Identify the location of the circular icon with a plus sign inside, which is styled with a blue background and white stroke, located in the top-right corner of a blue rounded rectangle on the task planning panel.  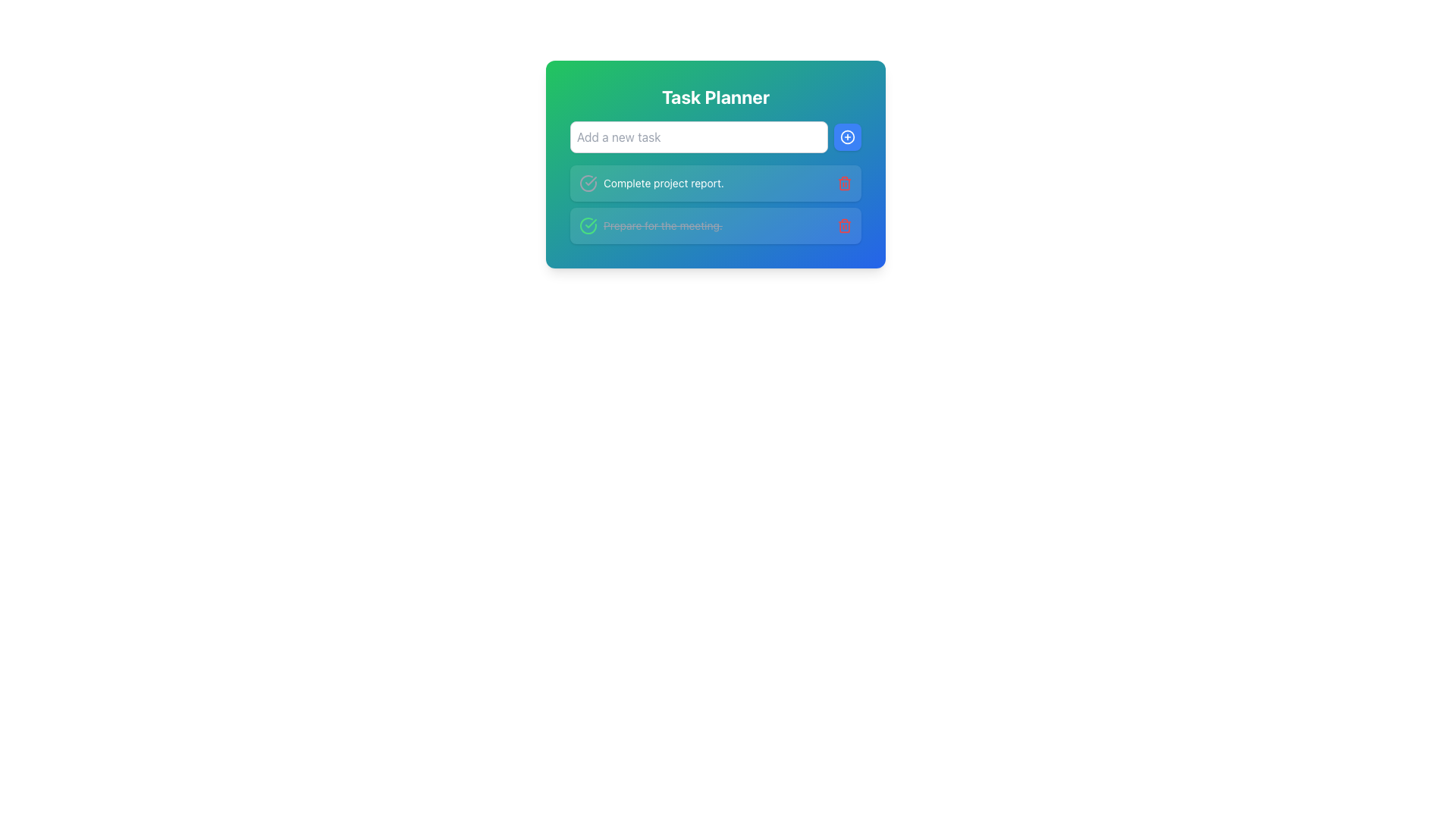
(847, 137).